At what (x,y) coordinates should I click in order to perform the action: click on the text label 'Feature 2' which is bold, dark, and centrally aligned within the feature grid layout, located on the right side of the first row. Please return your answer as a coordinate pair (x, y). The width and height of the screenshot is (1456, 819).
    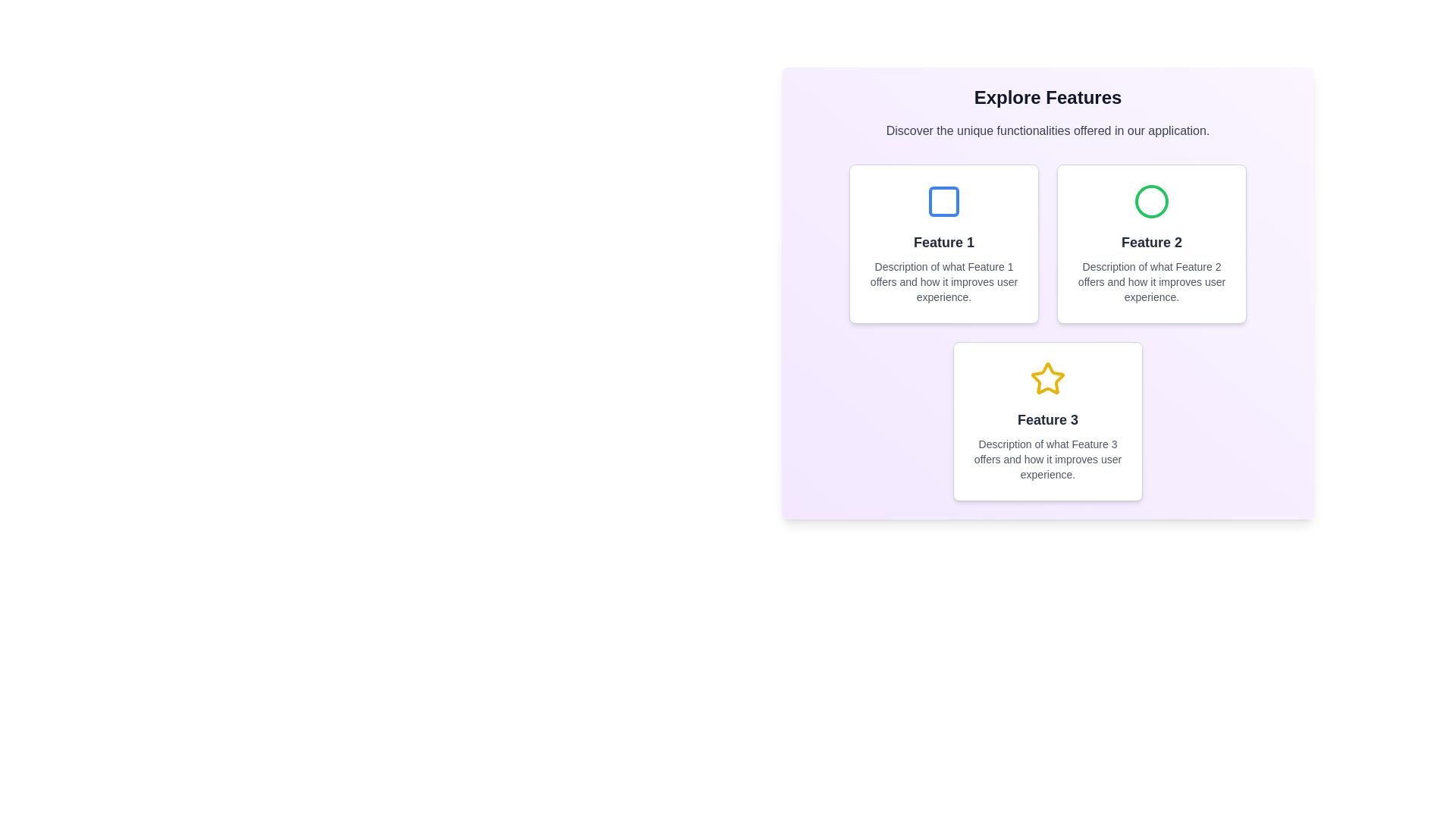
    Looking at the image, I should click on (1151, 242).